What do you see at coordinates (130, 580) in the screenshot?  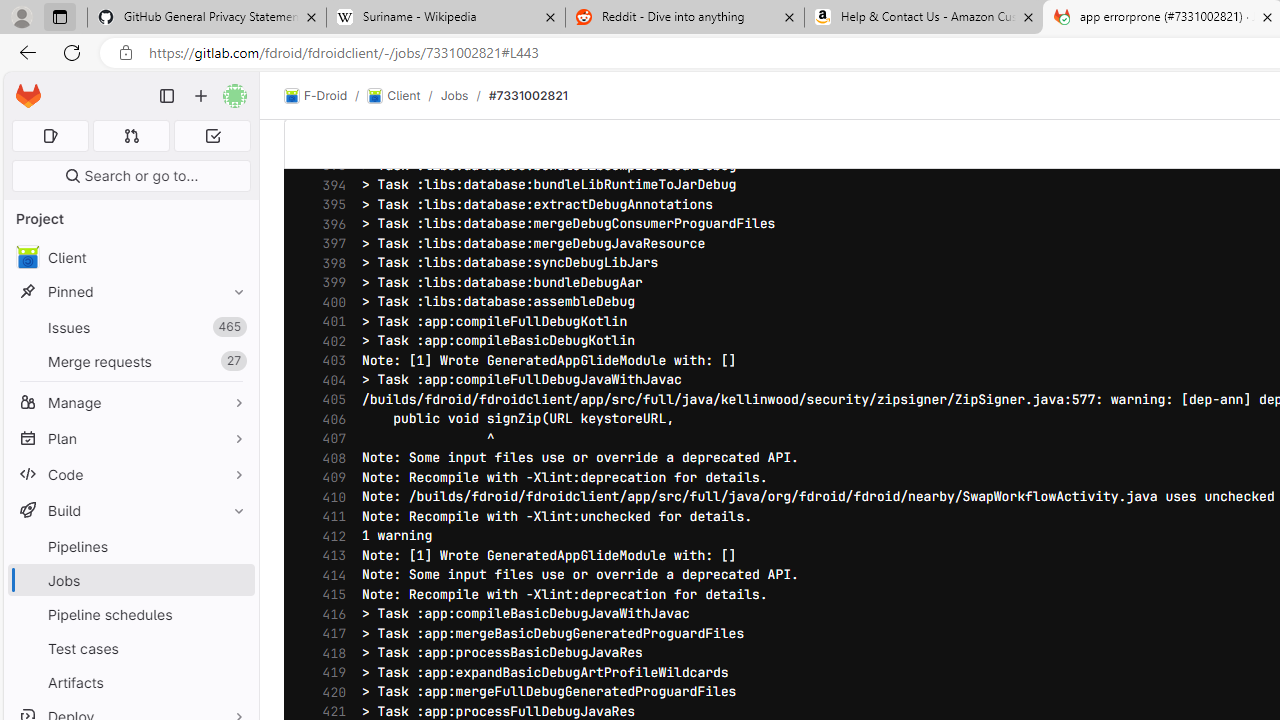 I see `'Jobs'` at bounding box center [130, 580].